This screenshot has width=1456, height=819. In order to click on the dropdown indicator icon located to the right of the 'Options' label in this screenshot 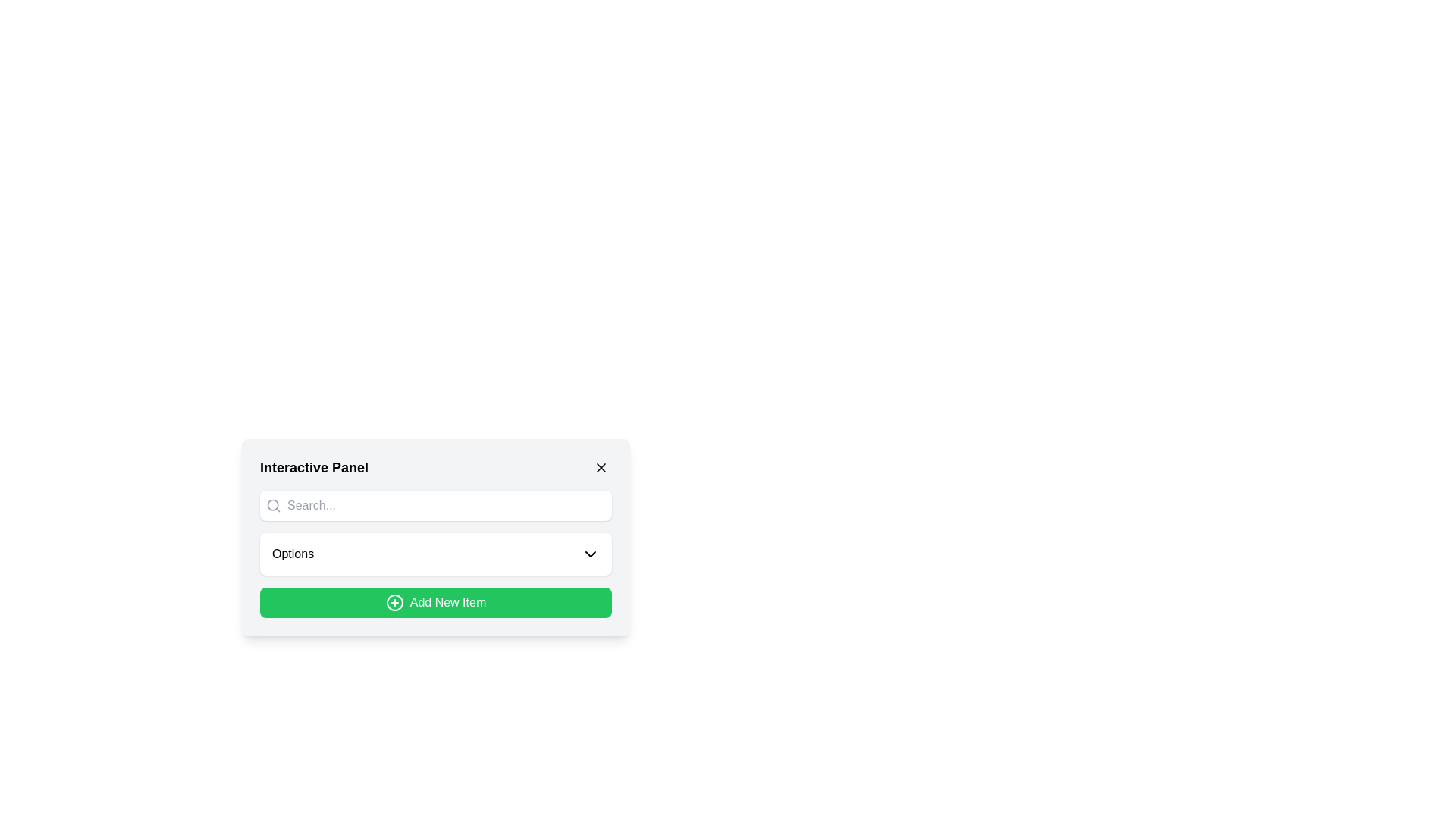, I will do `click(589, 554)`.